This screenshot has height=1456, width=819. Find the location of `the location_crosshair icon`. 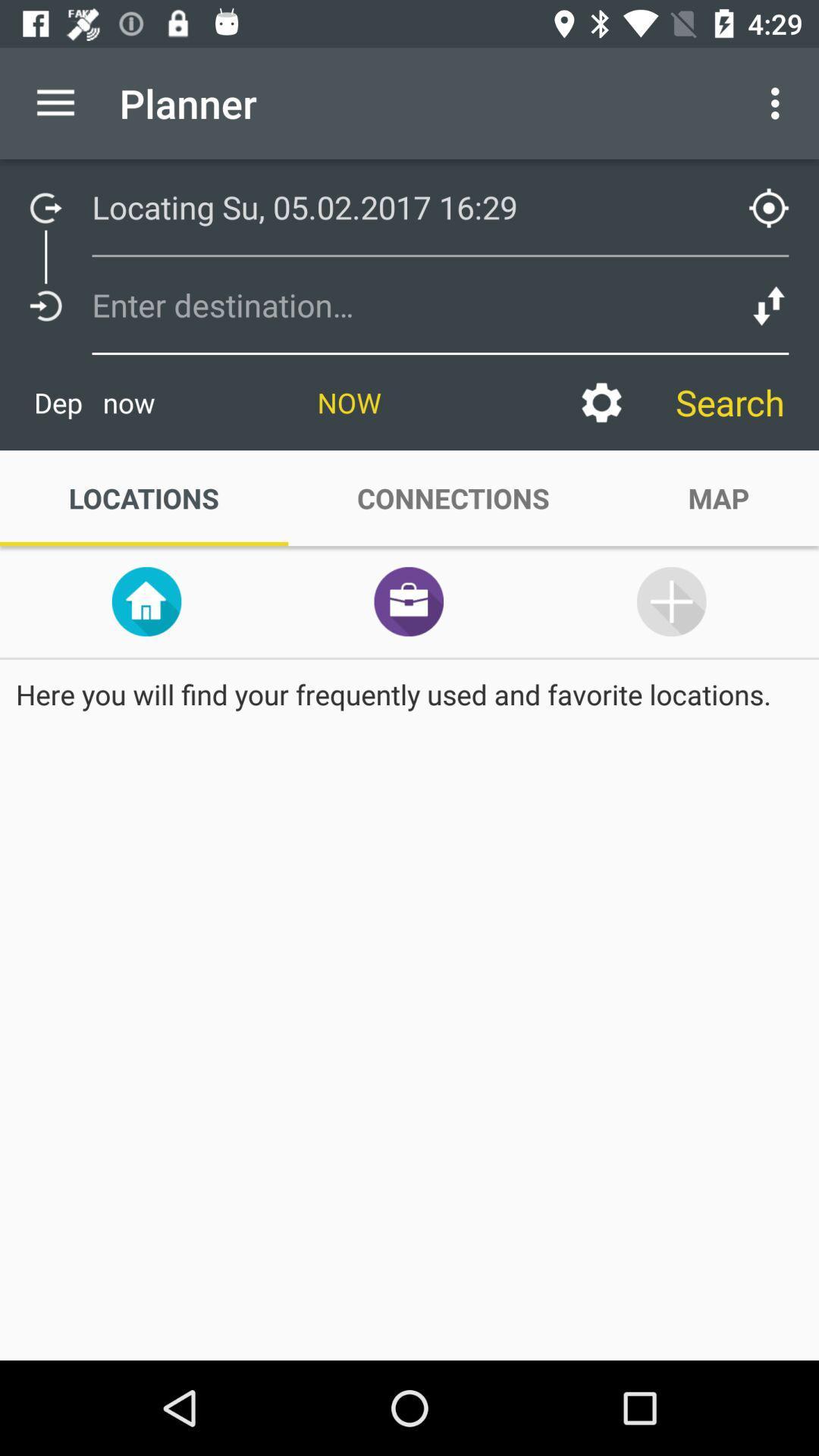

the location_crosshair icon is located at coordinates (779, 198).